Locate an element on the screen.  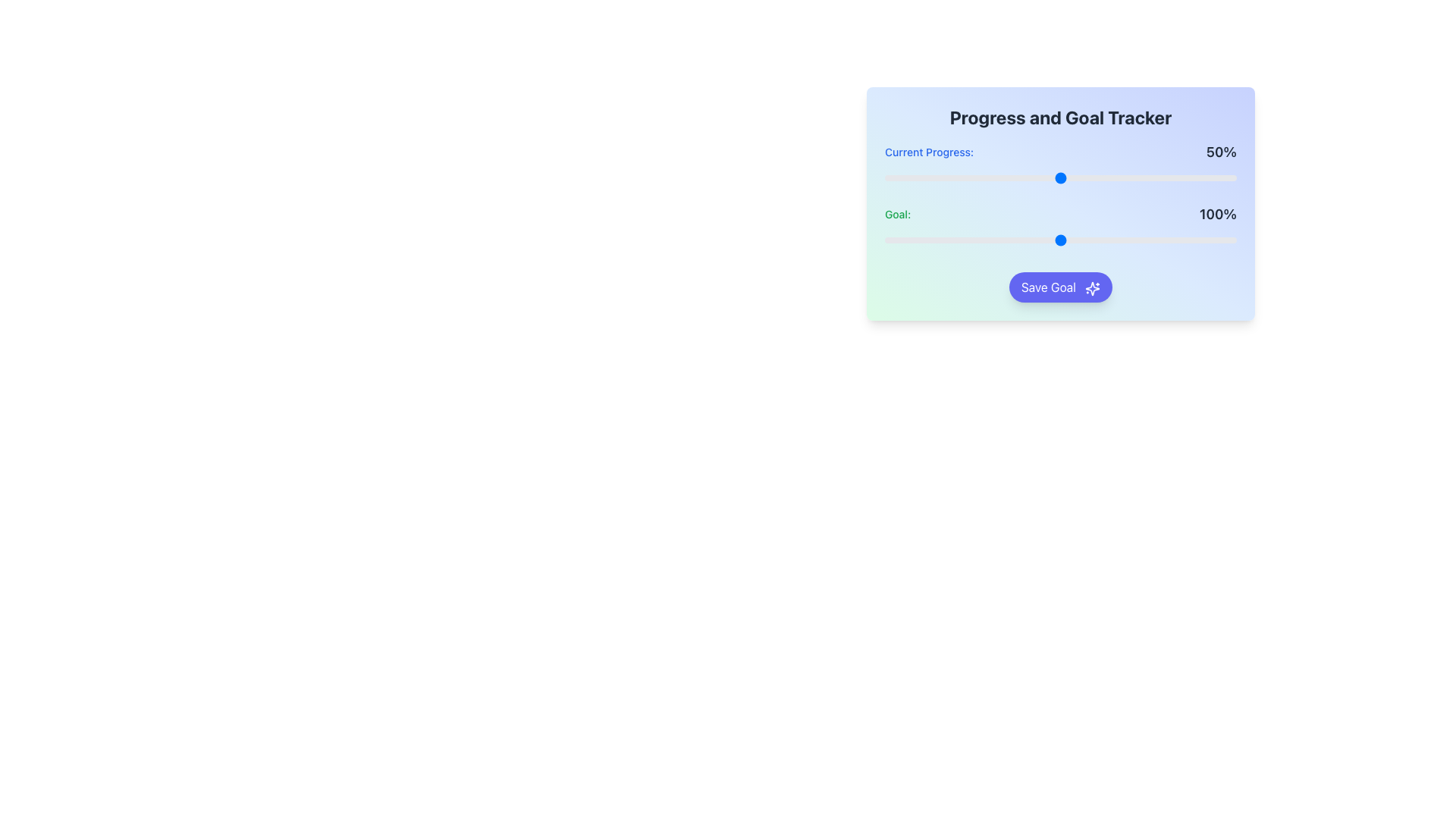
the slider is located at coordinates (1141, 177).